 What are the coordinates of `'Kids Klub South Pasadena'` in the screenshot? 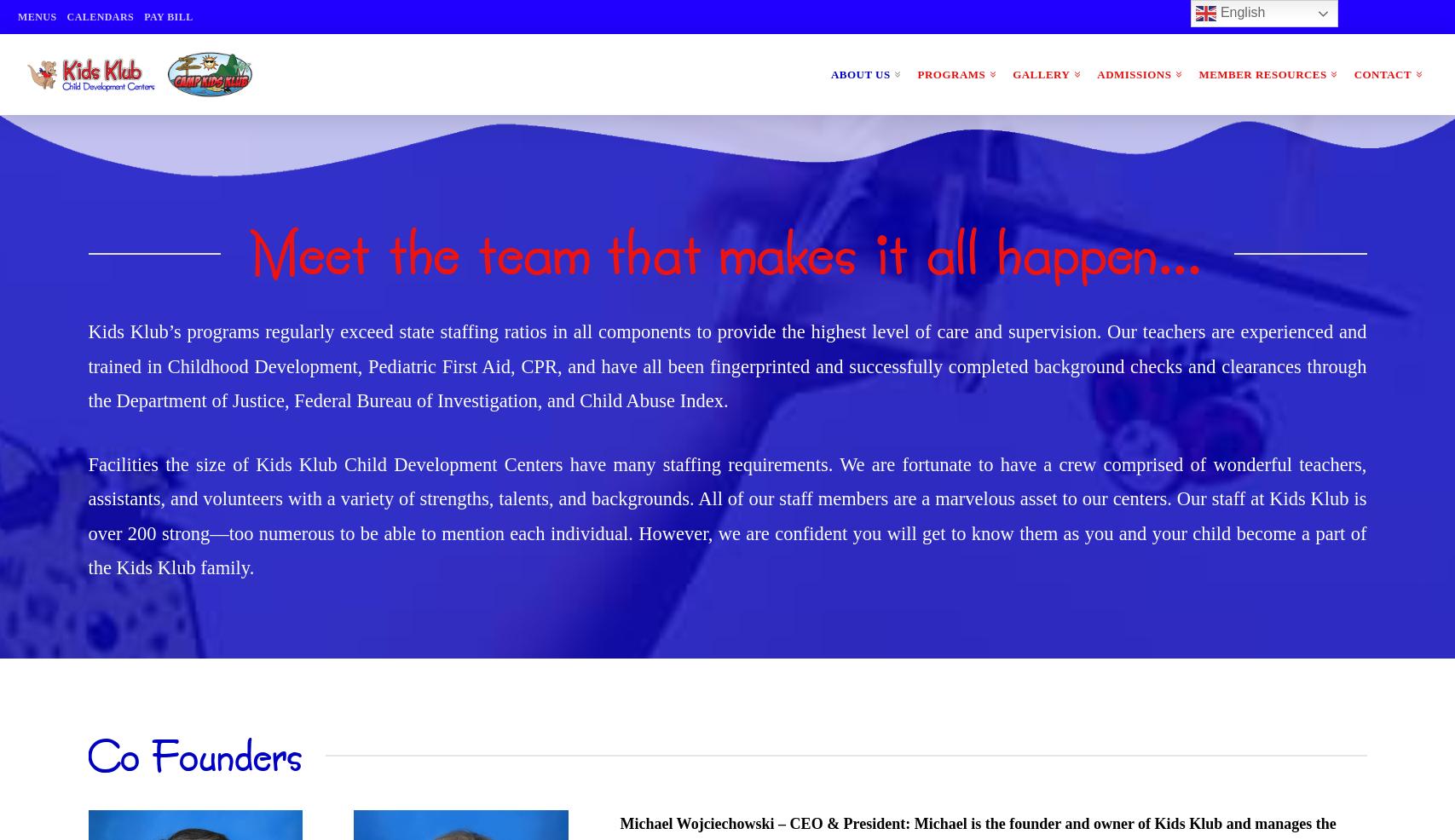 It's located at (1094, 412).